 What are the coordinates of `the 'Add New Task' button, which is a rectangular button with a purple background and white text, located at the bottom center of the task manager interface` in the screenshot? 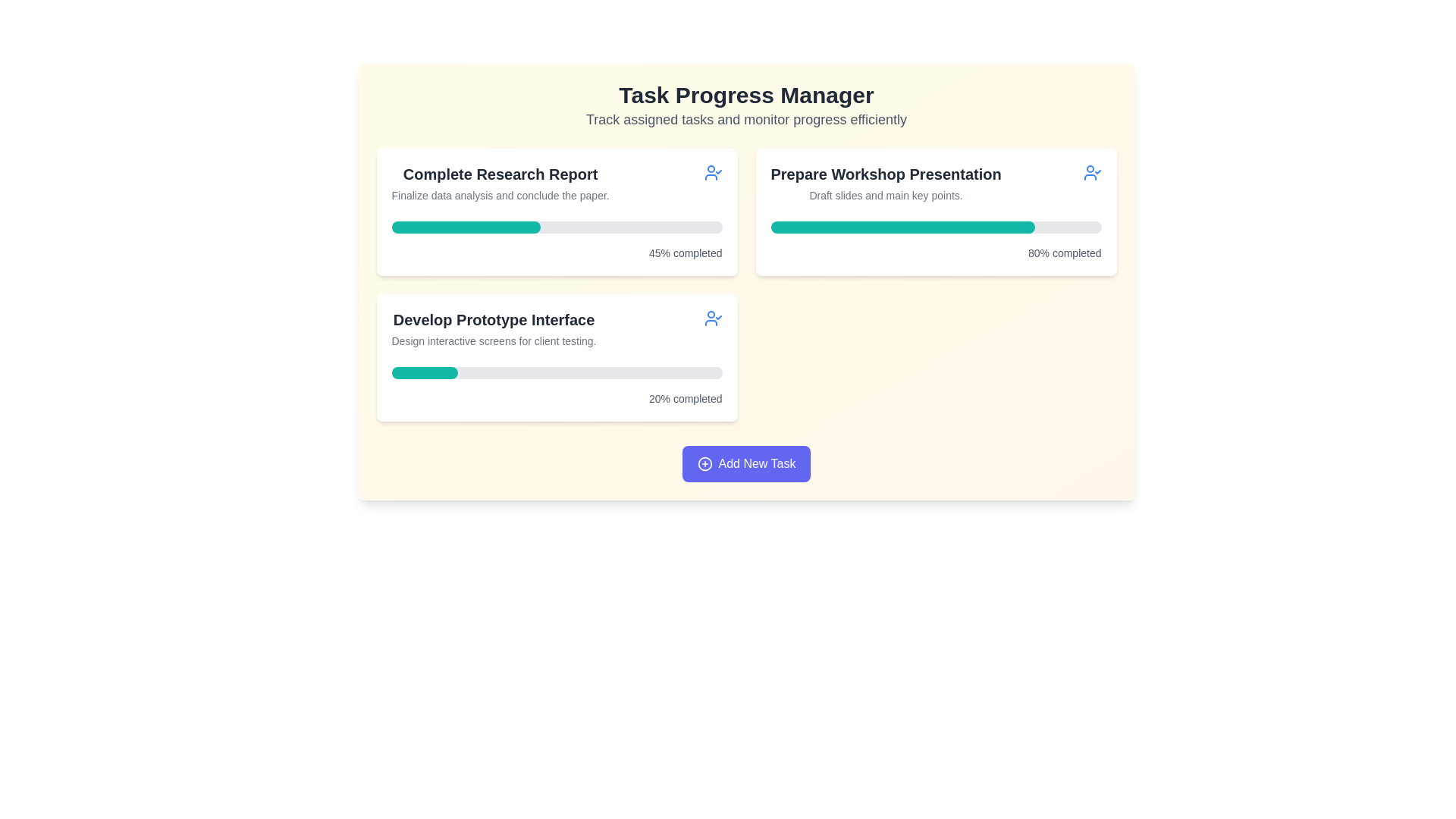 It's located at (746, 463).